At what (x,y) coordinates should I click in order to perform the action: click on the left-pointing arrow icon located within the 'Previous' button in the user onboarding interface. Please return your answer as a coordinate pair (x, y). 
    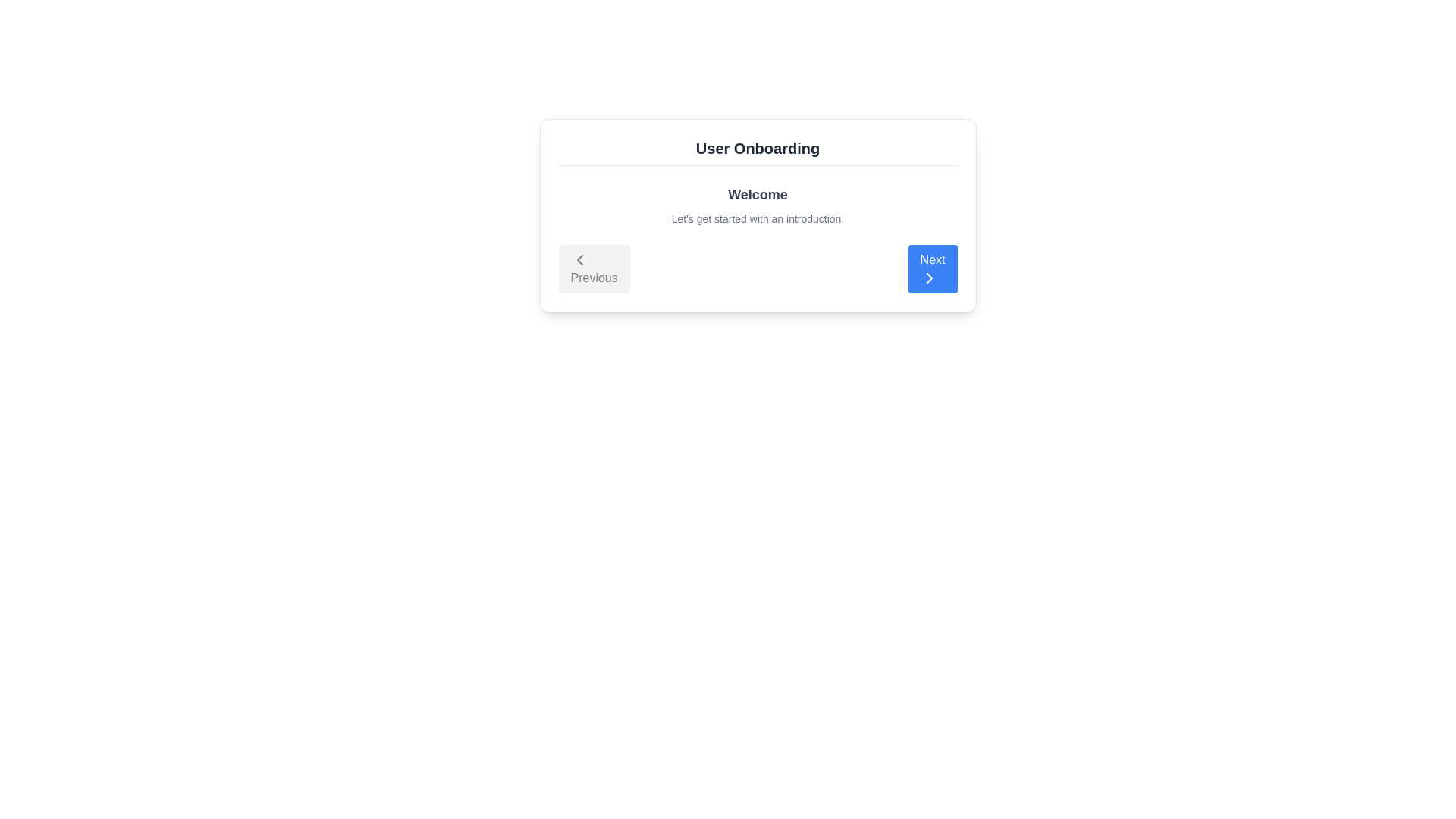
    Looking at the image, I should click on (579, 259).